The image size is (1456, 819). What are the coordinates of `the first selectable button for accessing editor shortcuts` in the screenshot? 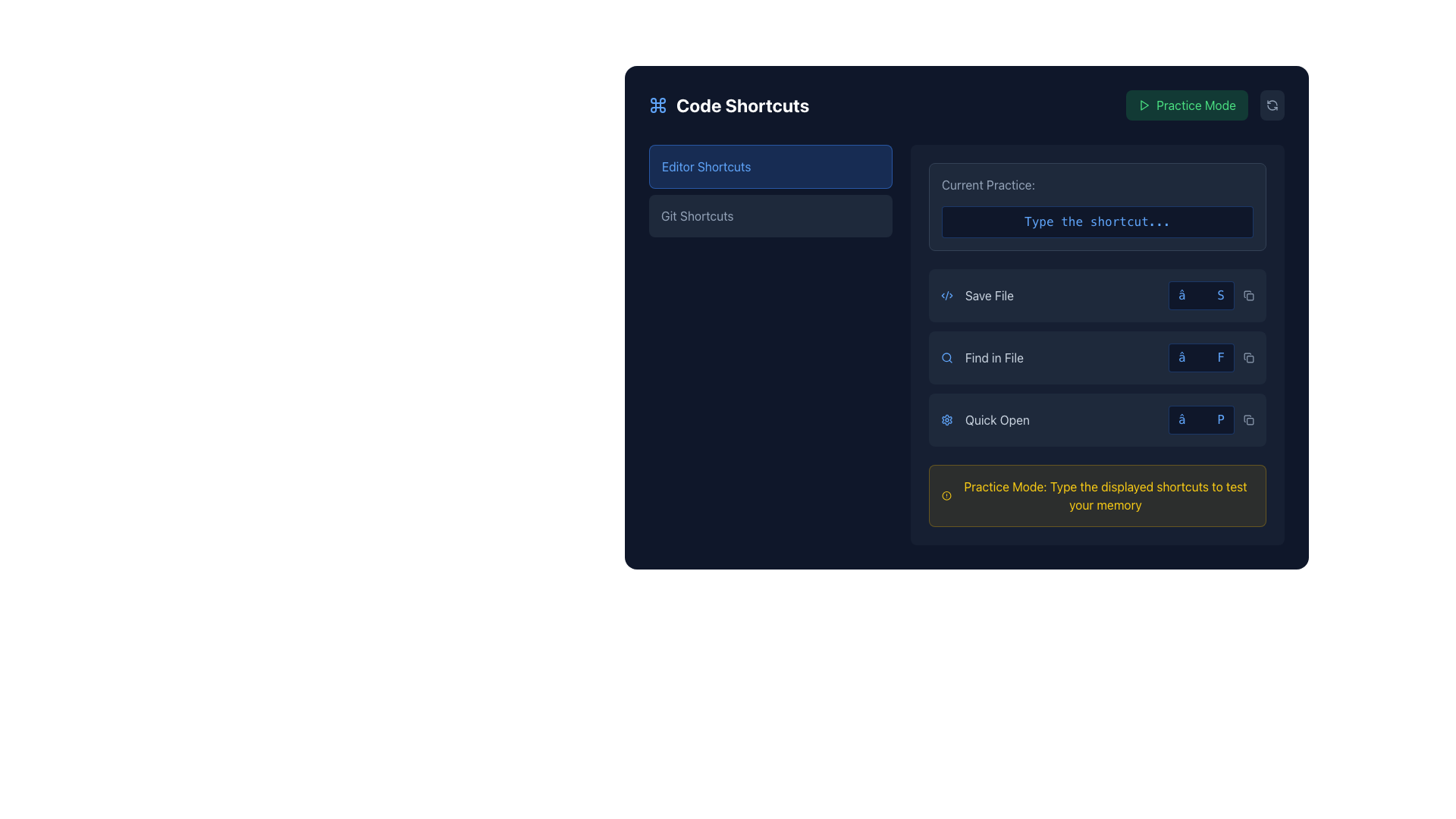 It's located at (770, 166).